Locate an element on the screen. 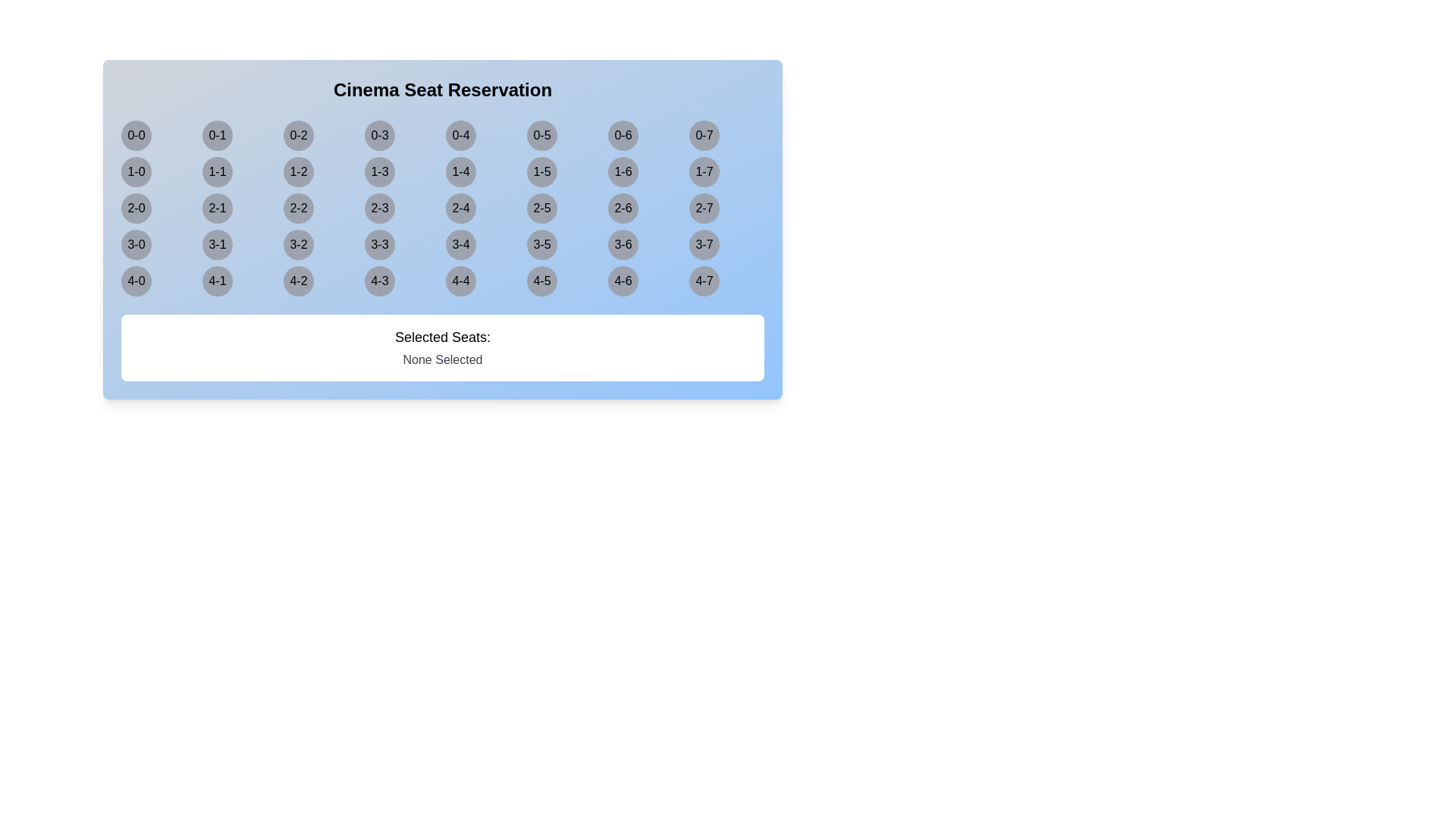 The width and height of the screenshot is (1456, 819). the circular button labeled '3-4' with a gray background is located at coordinates (460, 244).